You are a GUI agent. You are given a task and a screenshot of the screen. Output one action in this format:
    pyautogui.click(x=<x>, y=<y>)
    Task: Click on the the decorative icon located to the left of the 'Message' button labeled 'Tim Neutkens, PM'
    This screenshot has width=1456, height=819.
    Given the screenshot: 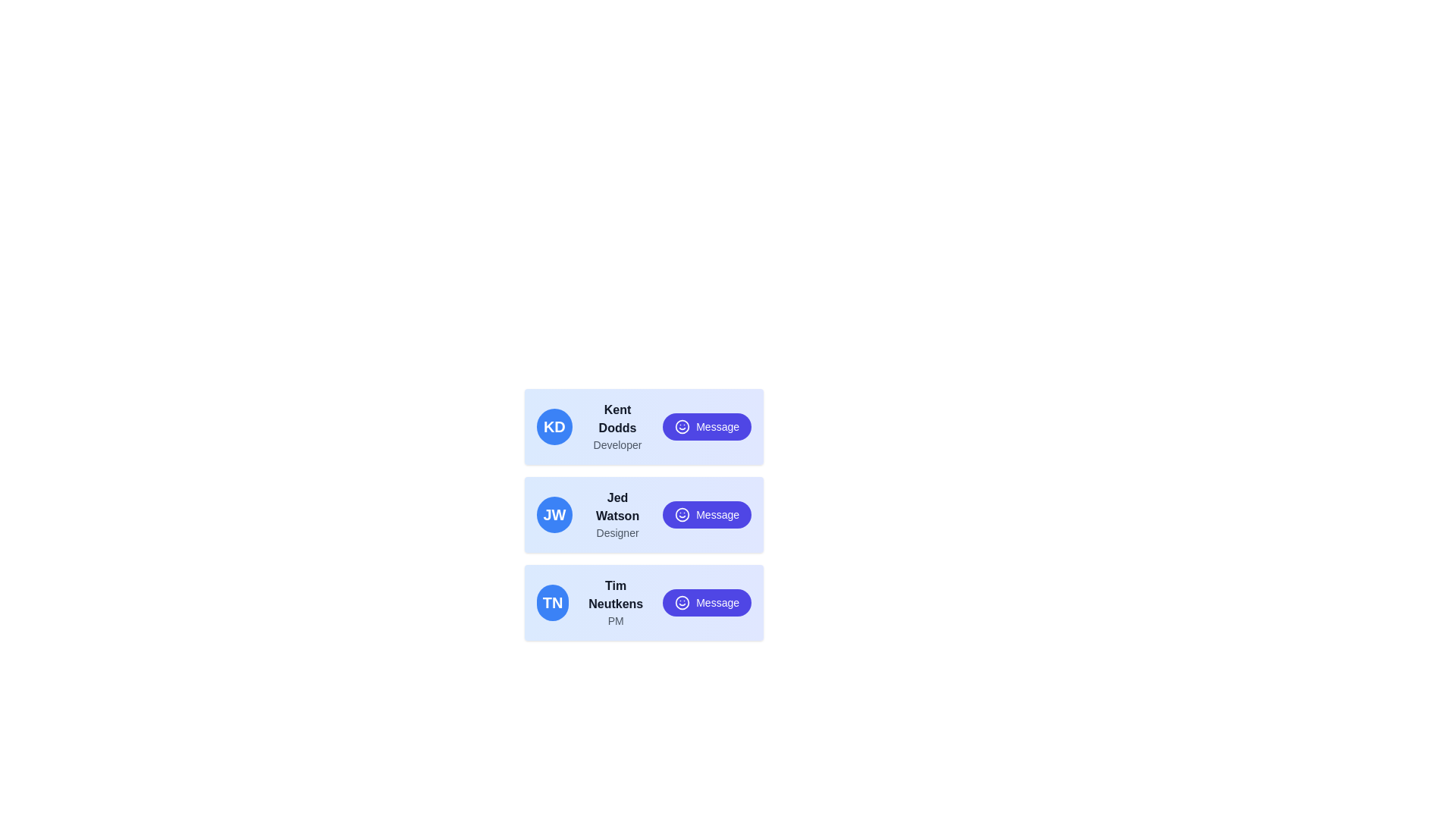 What is the action you would take?
    pyautogui.click(x=682, y=601)
    